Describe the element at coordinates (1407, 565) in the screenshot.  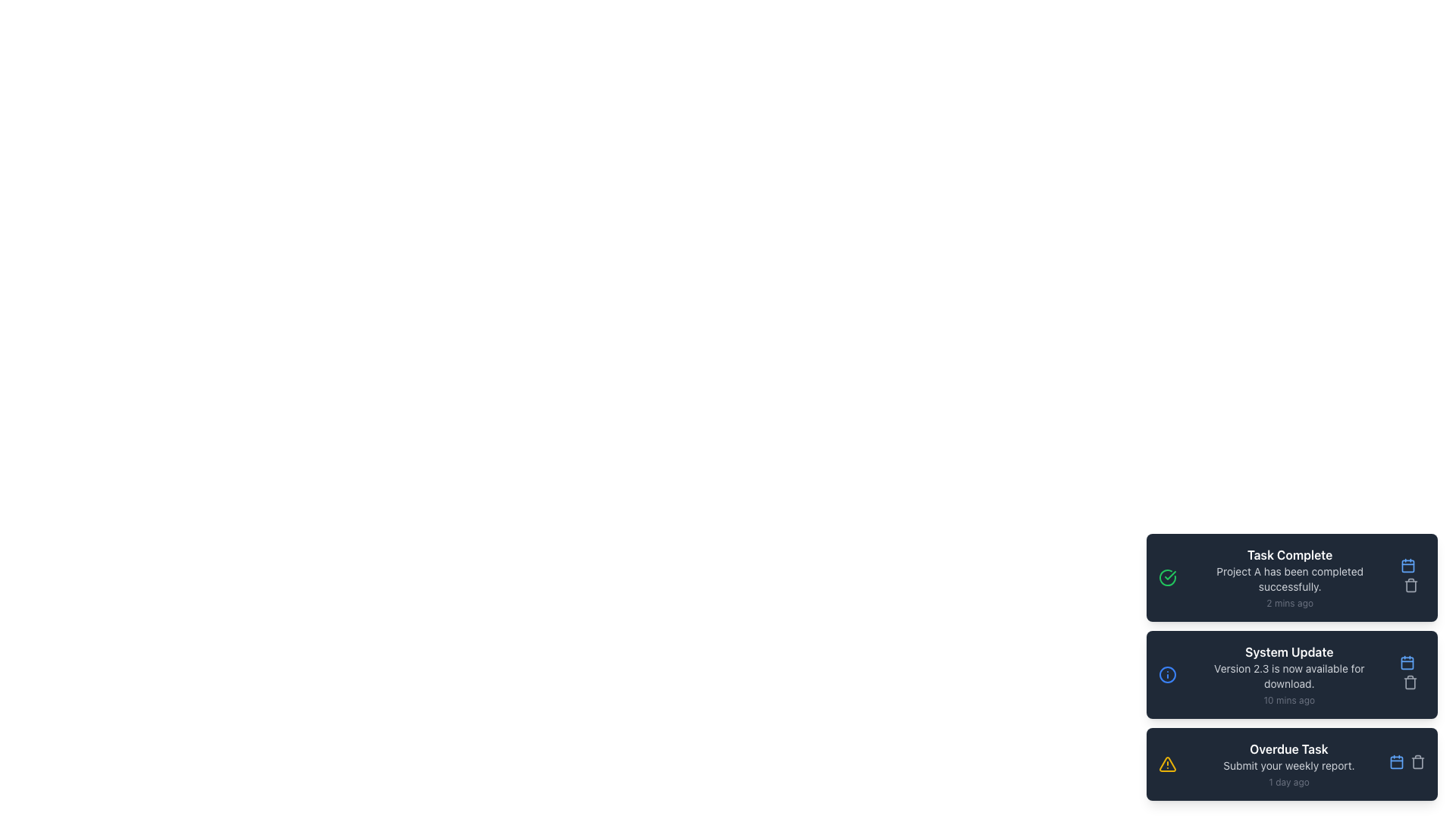
I see `the button located at the bottom-right corner of the notification card` at that location.